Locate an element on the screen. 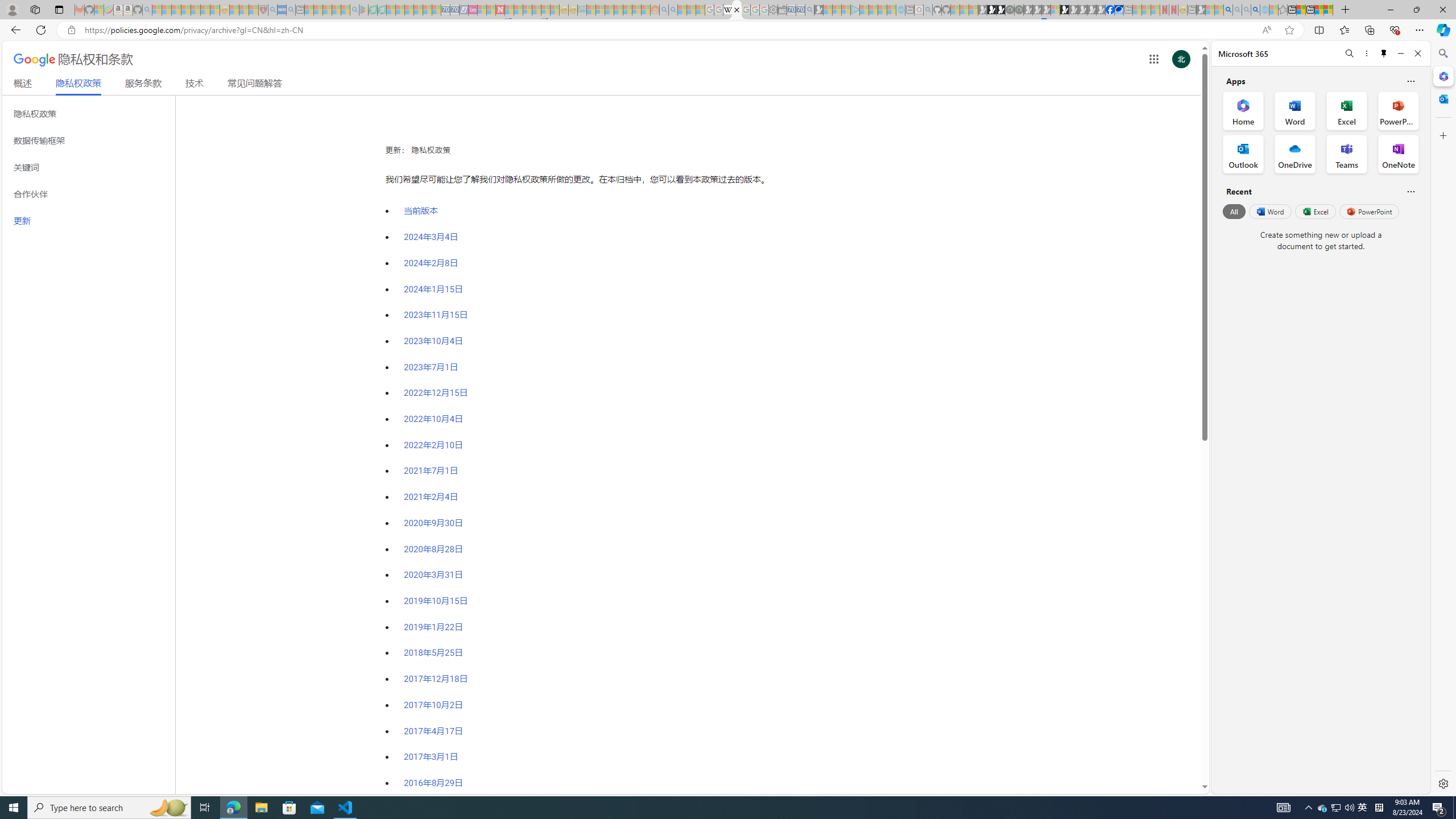  'Is this helpful?' is located at coordinates (1410, 191).